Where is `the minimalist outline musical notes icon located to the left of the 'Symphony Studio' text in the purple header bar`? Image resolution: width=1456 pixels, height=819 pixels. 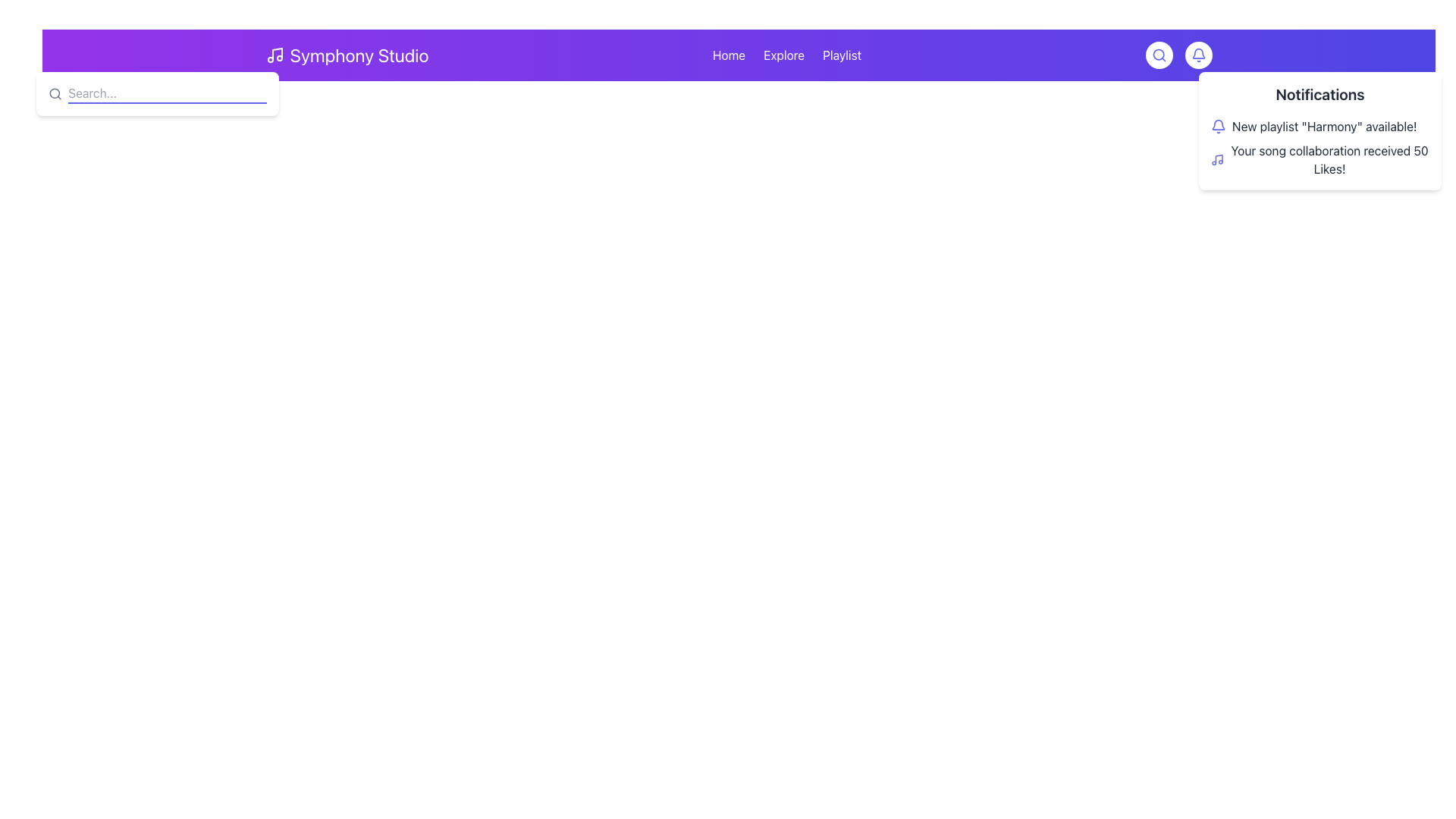 the minimalist outline musical notes icon located to the left of the 'Symphony Studio' text in the purple header bar is located at coordinates (275, 55).